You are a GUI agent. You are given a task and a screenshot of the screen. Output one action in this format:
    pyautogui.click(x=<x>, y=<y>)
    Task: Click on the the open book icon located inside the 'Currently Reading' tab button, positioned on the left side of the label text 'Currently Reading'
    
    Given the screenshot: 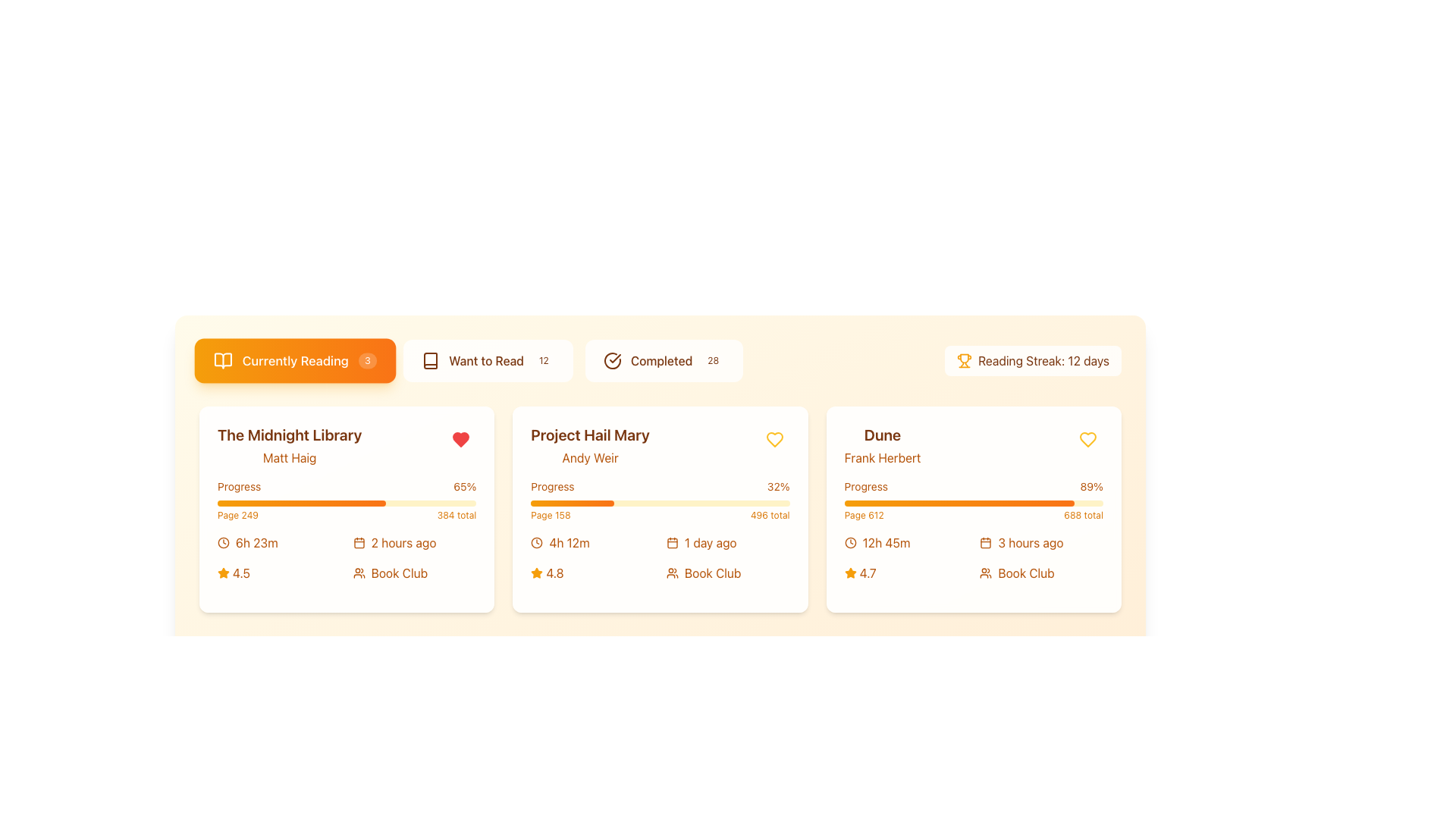 What is the action you would take?
    pyautogui.click(x=222, y=360)
    